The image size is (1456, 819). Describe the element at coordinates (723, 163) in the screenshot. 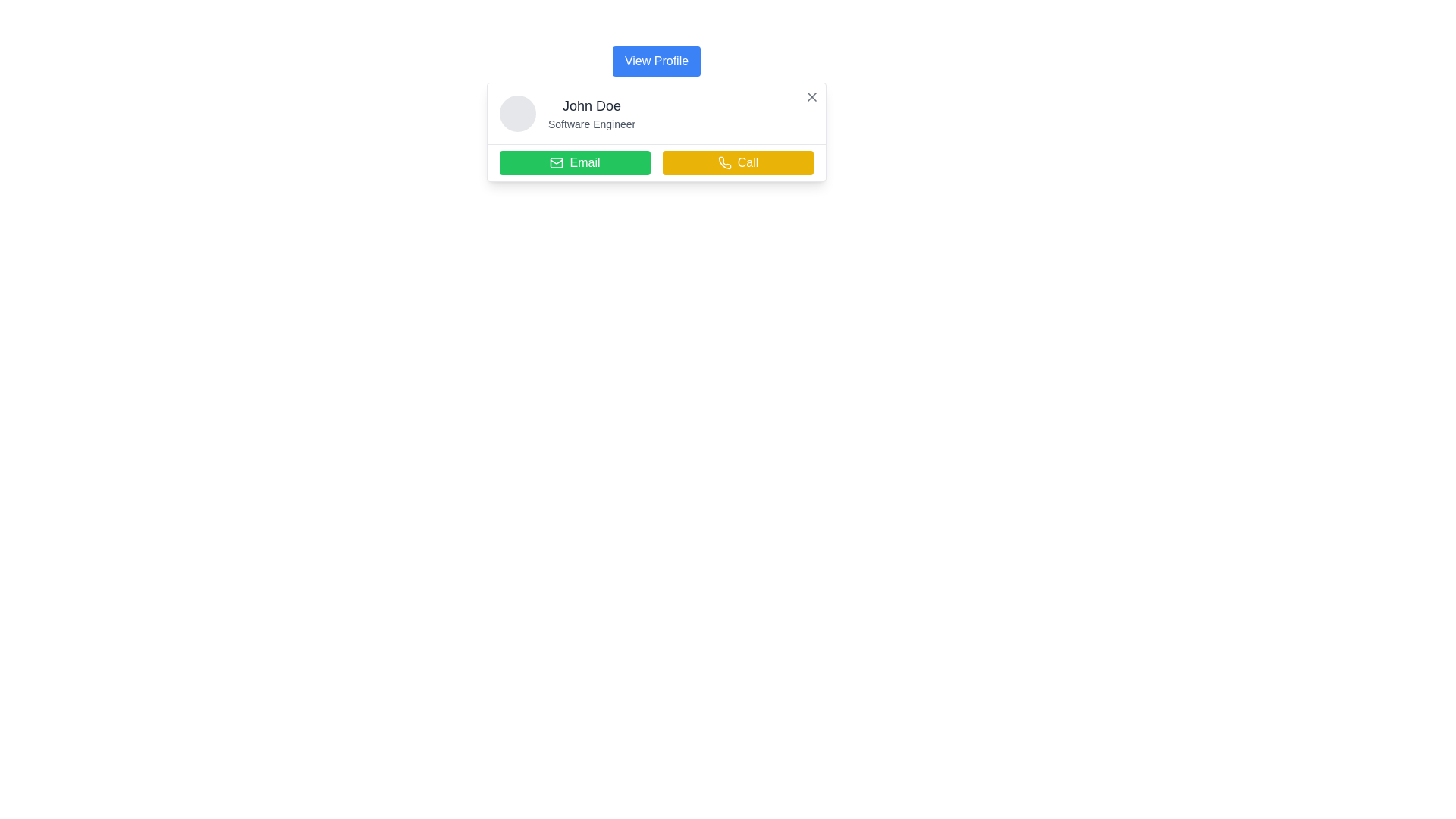

I see `the telephone icon within the 'Call' button, which has a yellow background and white outline, indicating its functionality to initiate a call` at that location.